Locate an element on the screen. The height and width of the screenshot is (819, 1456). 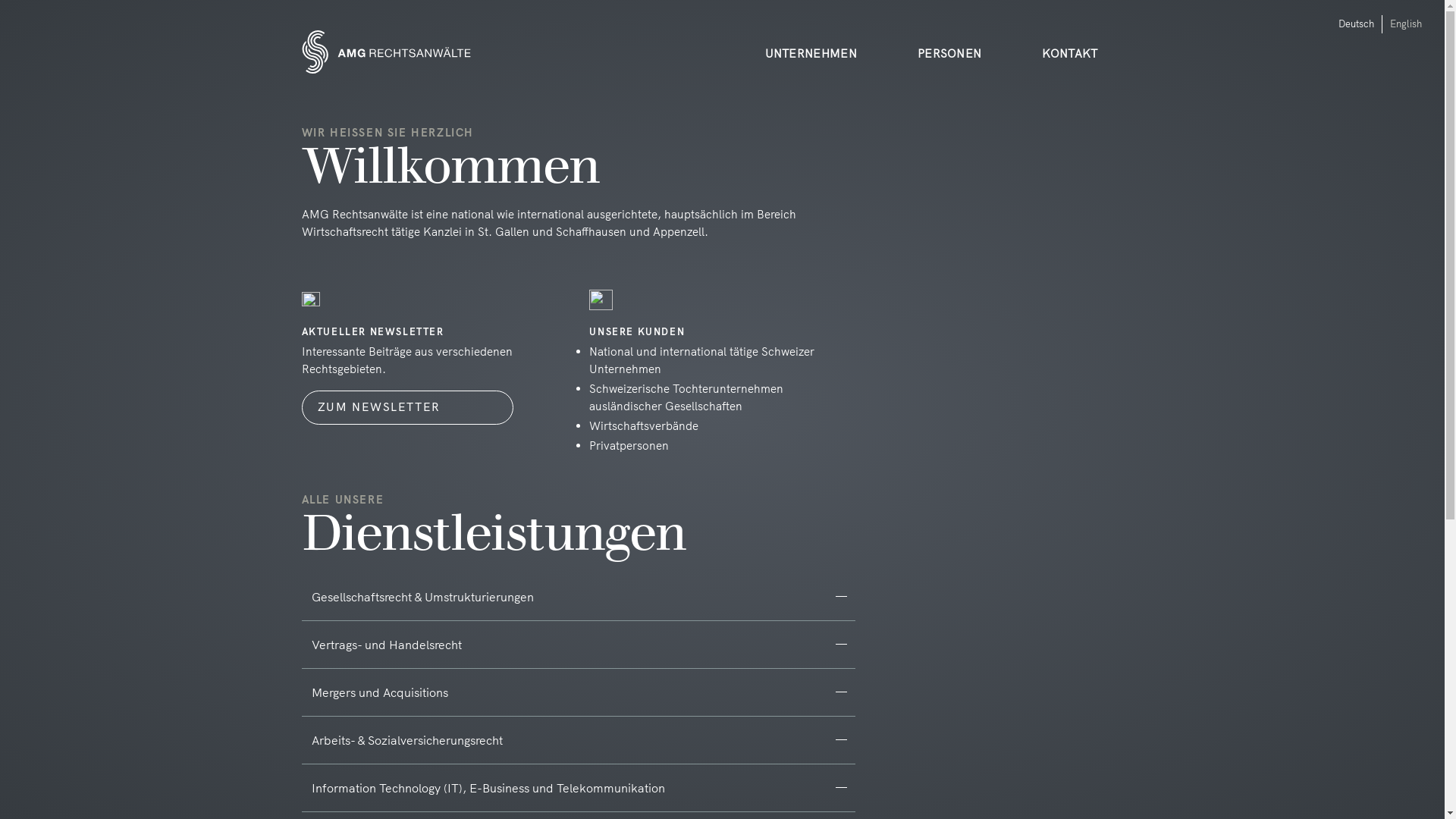
'ZUM NEWSLETTER' is located at coordinates (407, 406).